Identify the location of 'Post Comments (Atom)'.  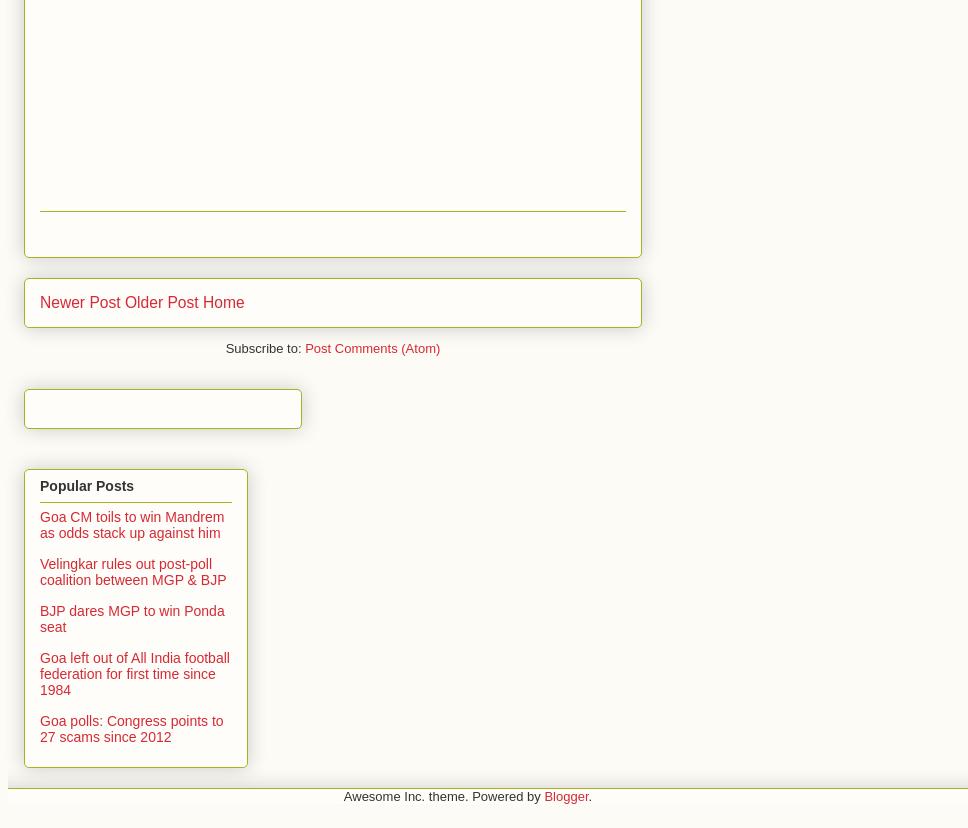
(371, 347).